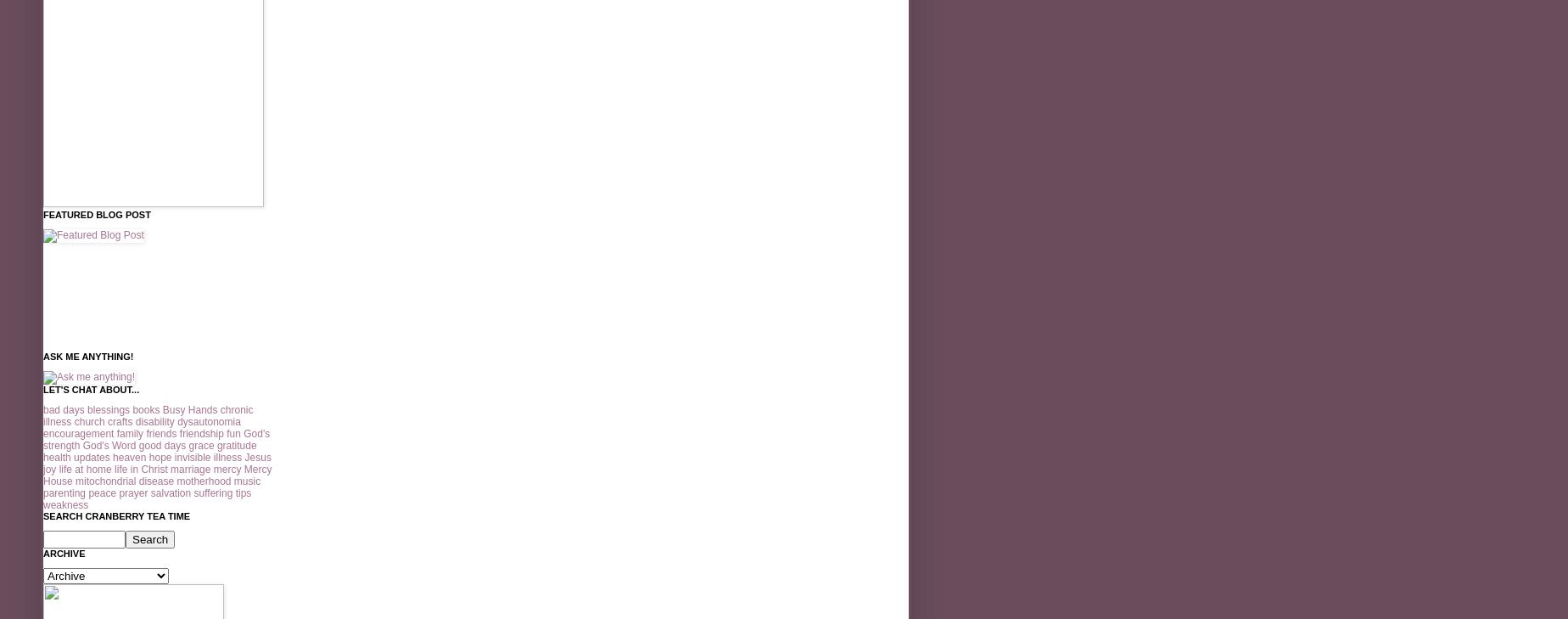  I want to click on 'suffering', so click(212, 493).